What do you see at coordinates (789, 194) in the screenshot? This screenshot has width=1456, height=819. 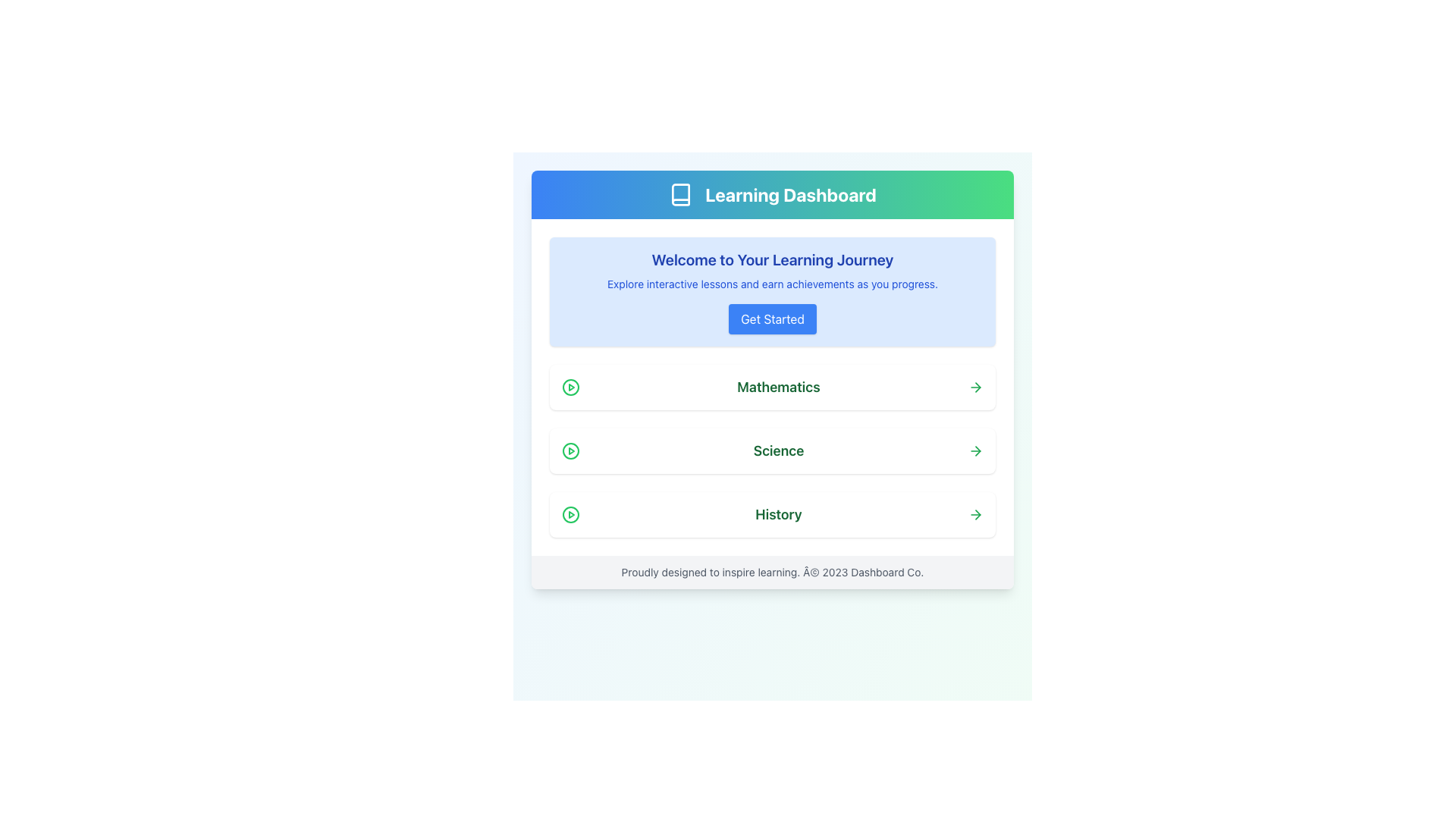 I see `the text label in the header section, which serves as the title or heading for the page, located centrally to the right of a book icon` at bounding box center [789, 194].